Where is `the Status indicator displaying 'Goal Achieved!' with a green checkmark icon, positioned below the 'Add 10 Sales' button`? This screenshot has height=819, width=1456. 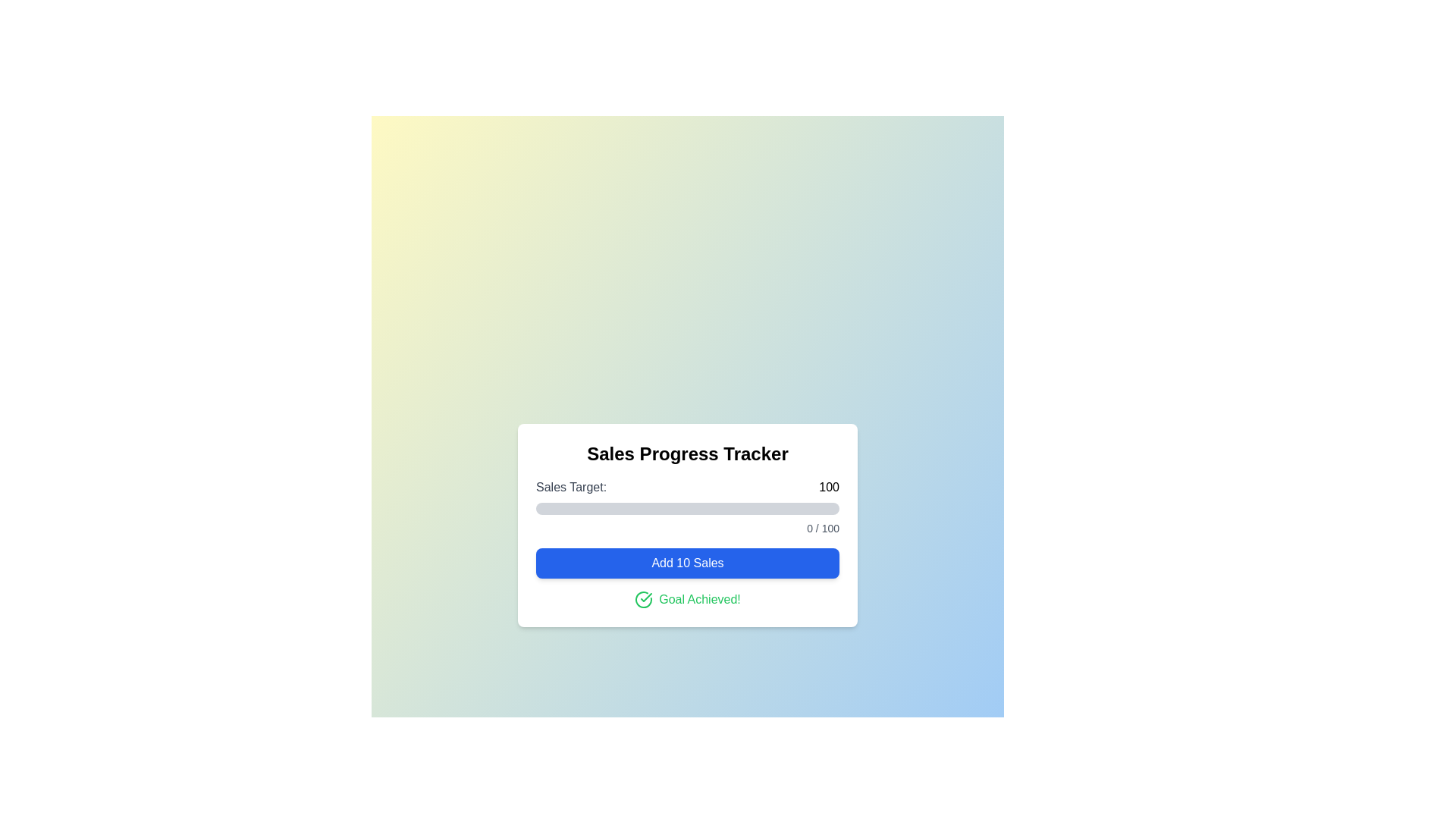
the Status indicator displaying 'Goal Achieved!' with a green checkmark icon, positioned below the 'Add 10 Sales' button is located at coordinates (687, 598).